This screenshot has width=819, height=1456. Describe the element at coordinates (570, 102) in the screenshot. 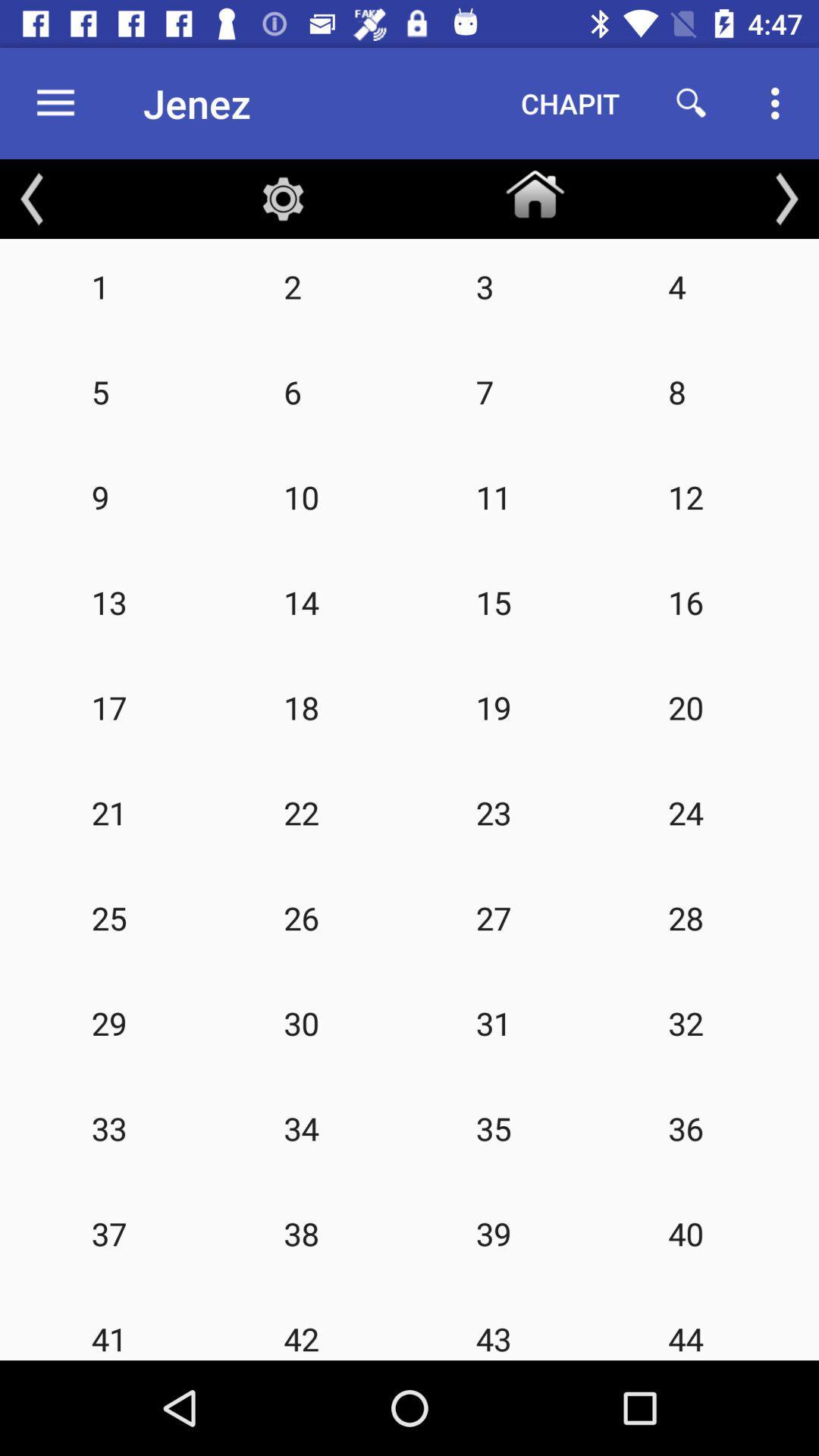

I see `the item next to jenez  icon` at that location.